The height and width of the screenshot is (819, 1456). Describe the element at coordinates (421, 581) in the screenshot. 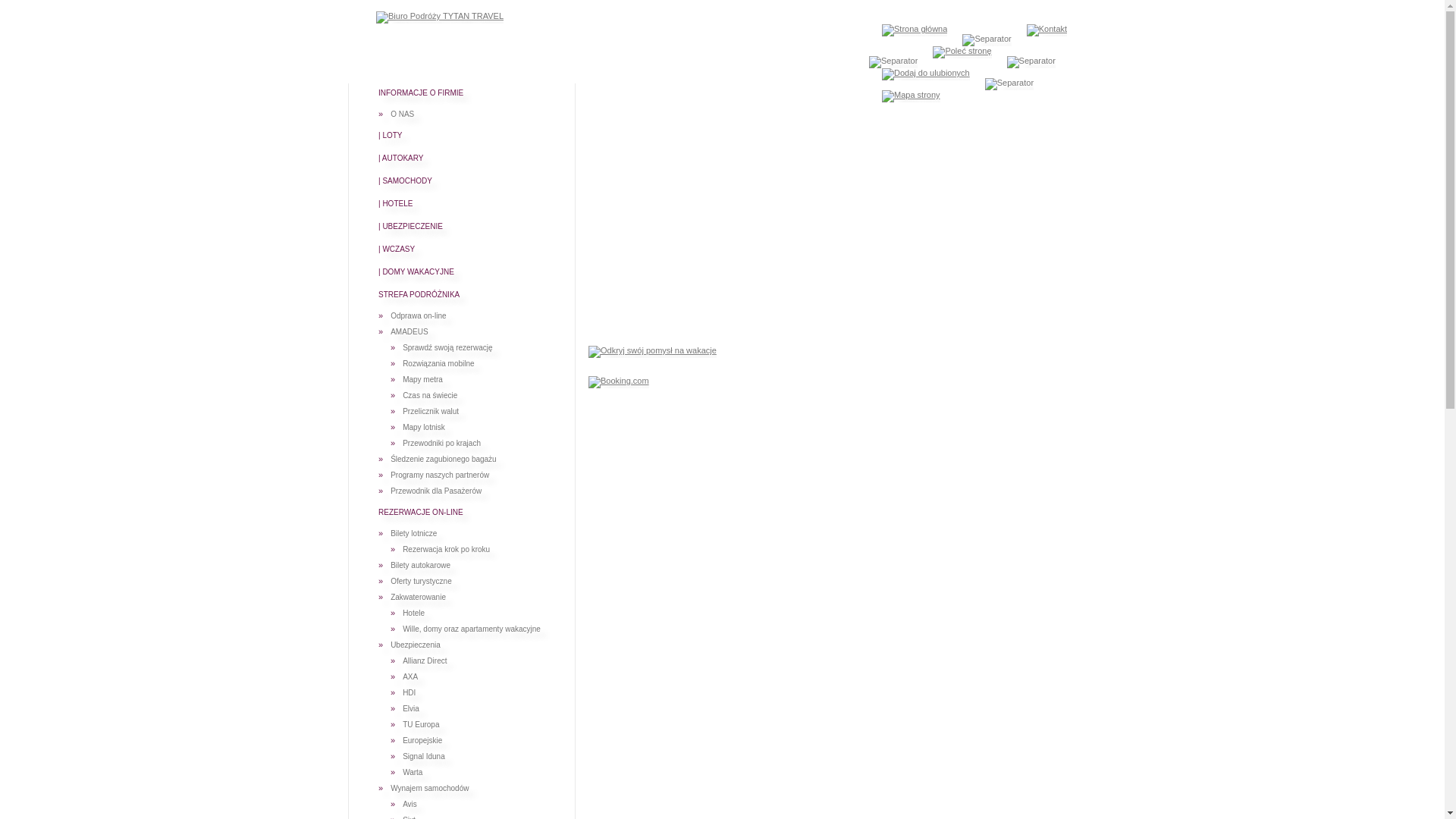

I see `'Oferty turystyczne'` at that location.